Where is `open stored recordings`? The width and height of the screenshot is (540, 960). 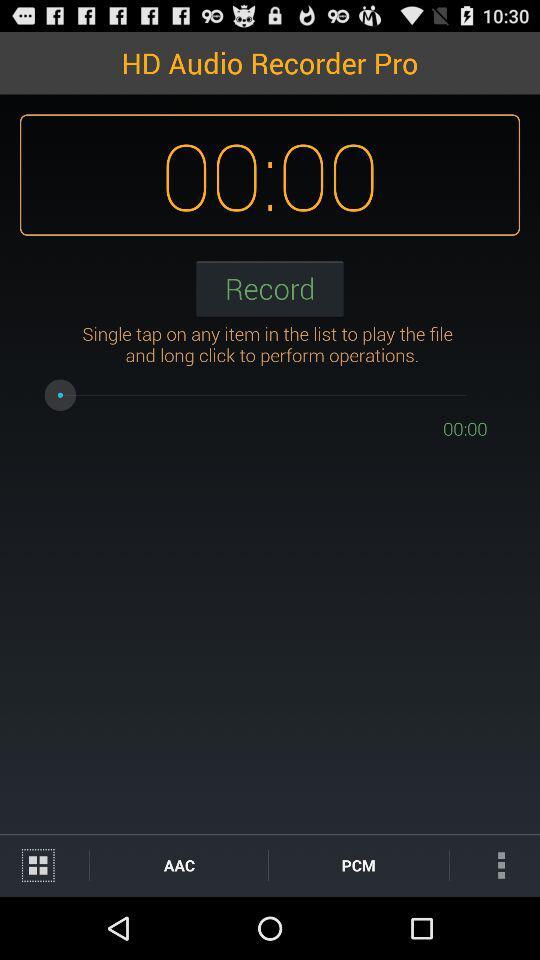
open stored recordings is located at coordinates (44, 864).